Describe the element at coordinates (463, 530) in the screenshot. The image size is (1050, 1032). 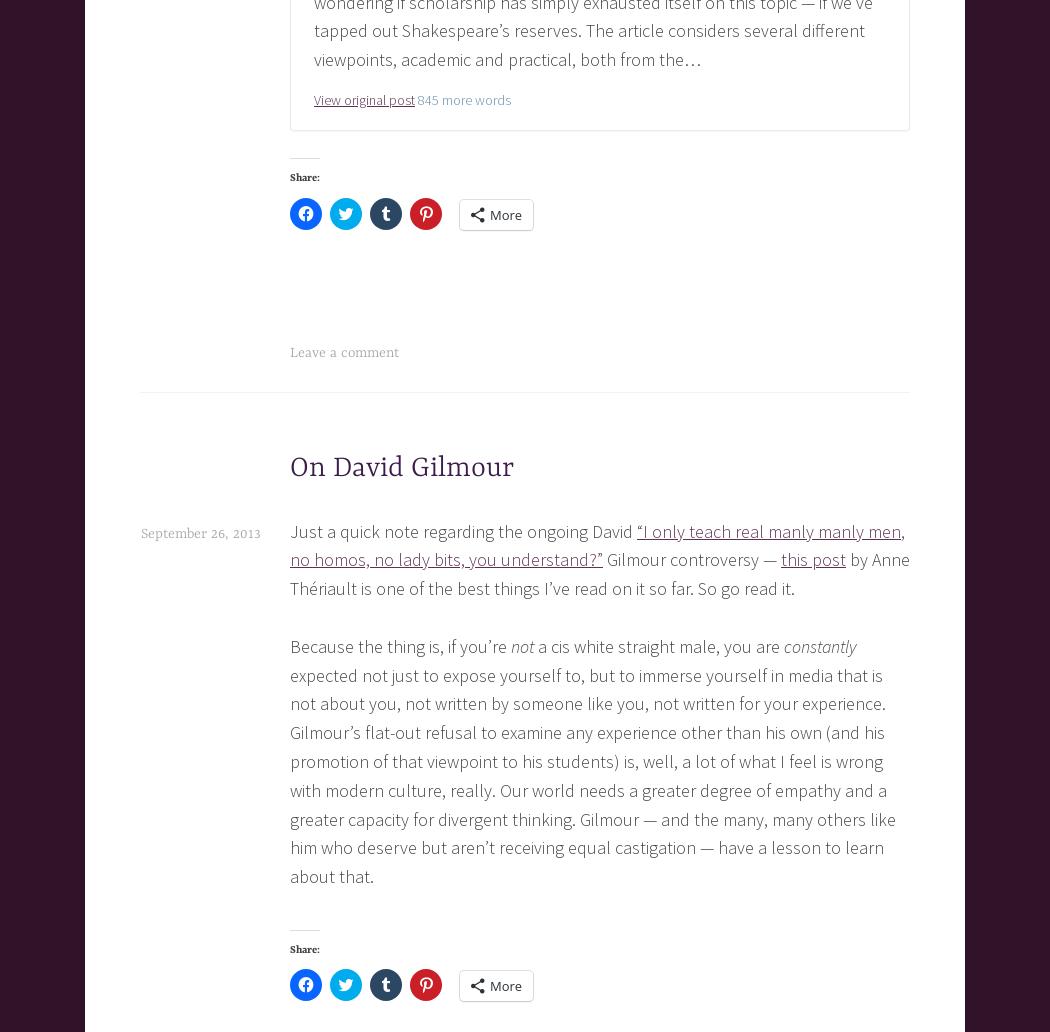
I see `'Just a quick note regarding the ongoing David'` at that location.